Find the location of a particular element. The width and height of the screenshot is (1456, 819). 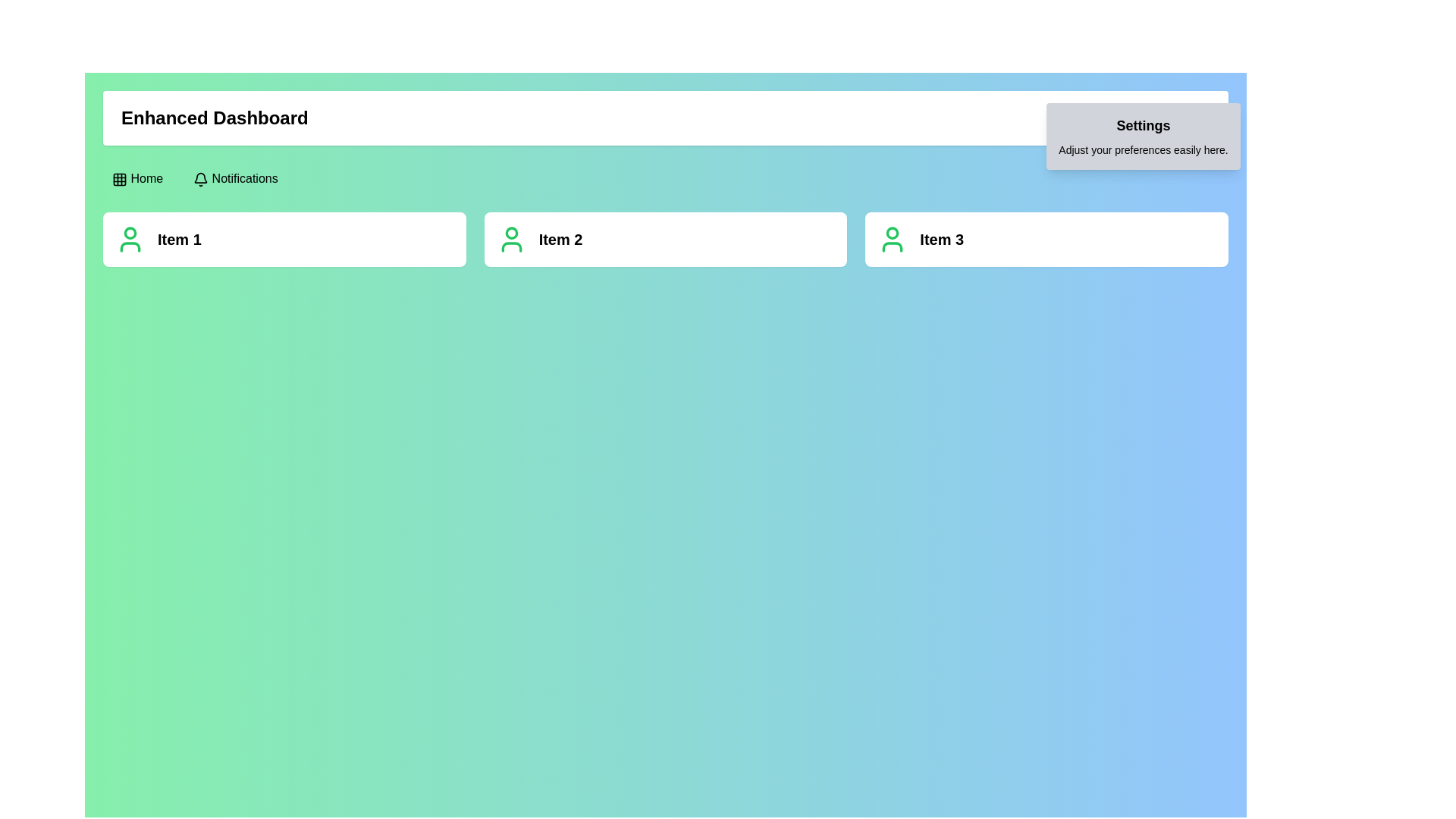

the circular icon located at the top center of the profile icon area for 'Item 3' to check for visual feedback is located at coordinates (893, 233).